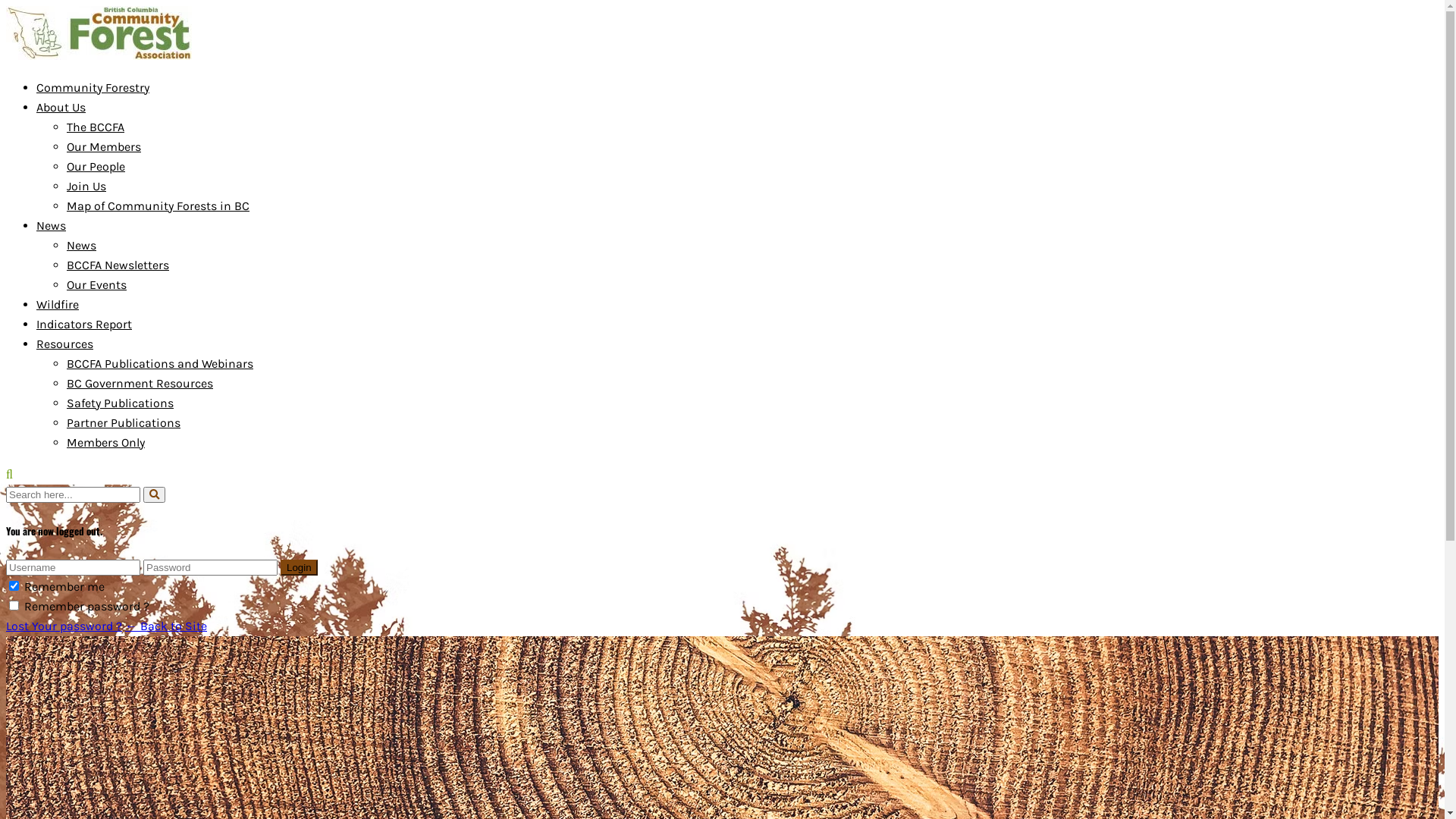 The image size is (1456, 819). What do you see at coordinates (64, 344) in the screenshot?
I see `'Resources'` at bounding box center [64, 344].